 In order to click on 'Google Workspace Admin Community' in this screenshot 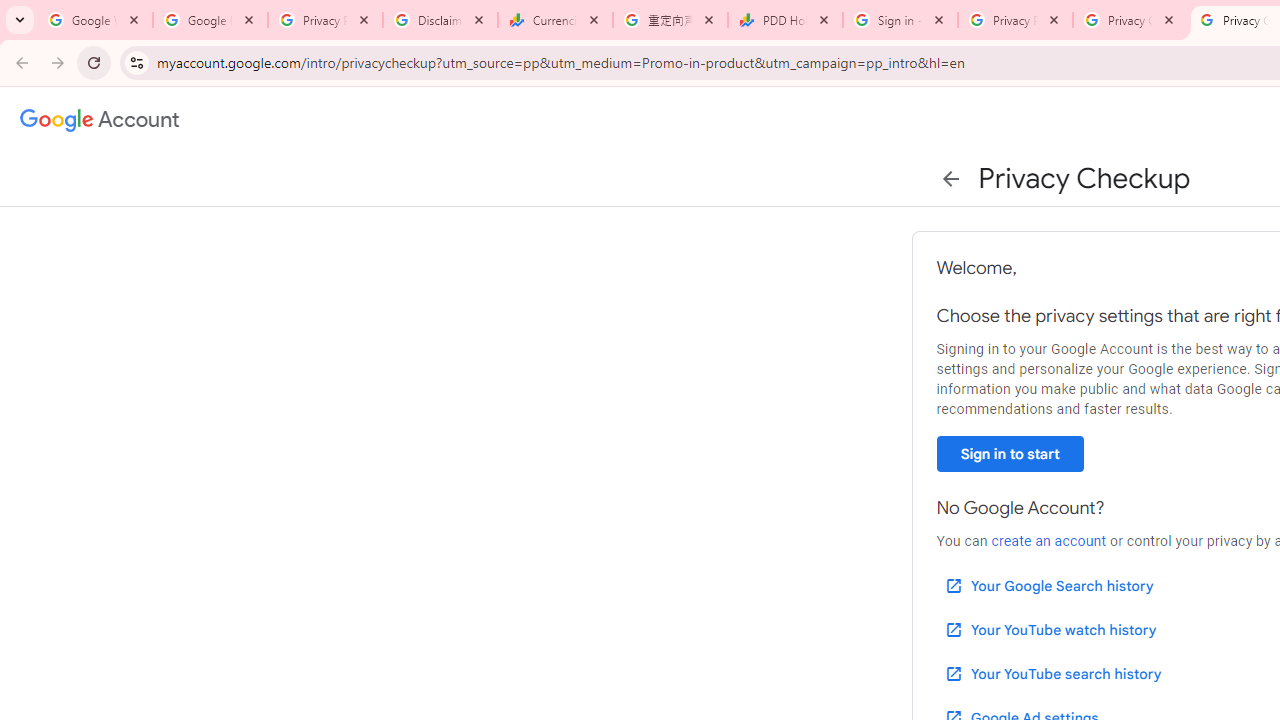, I will do `click(94, 20)`.